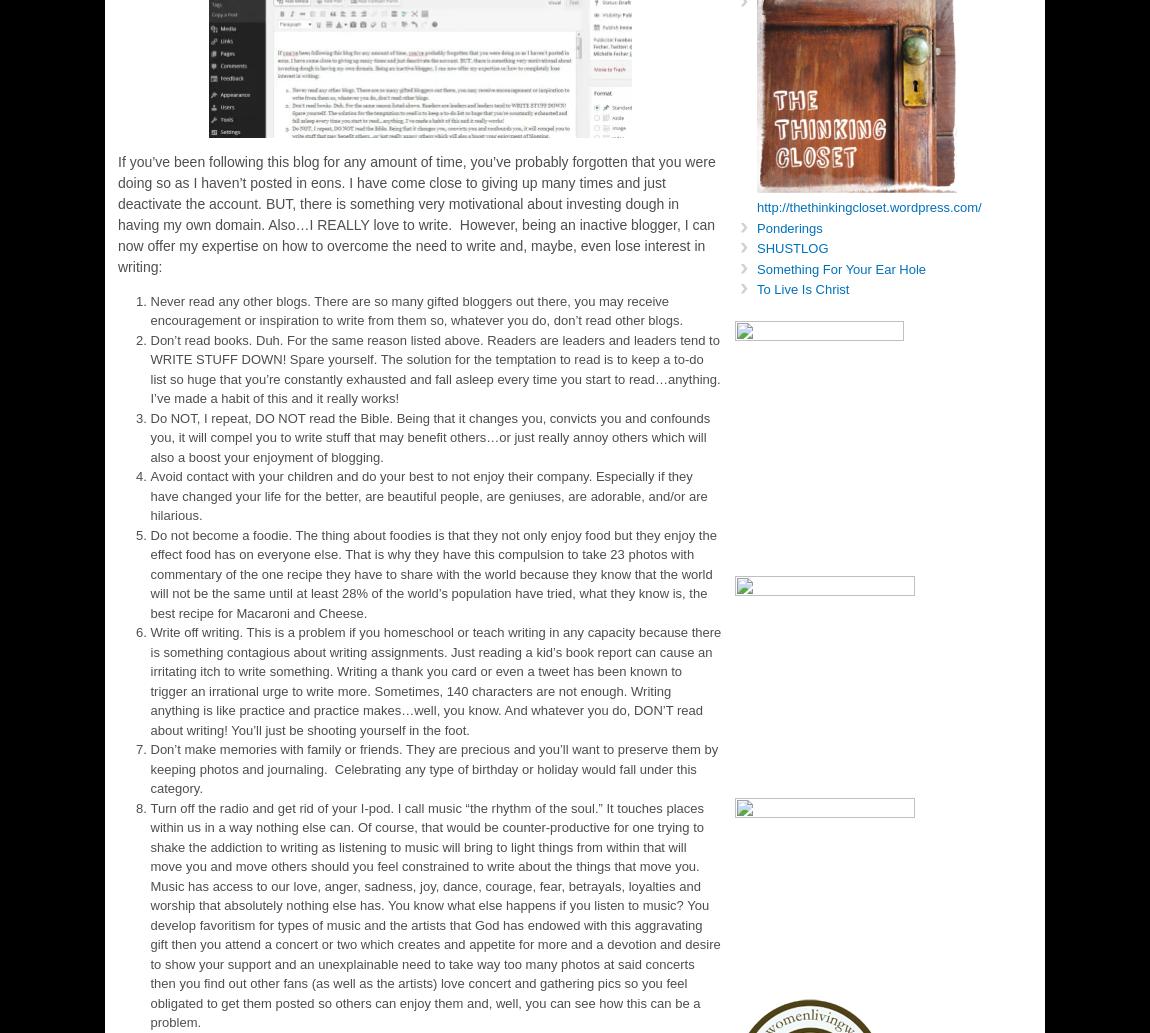 The width and height of the screenshot is (1150, 1033). What do you see at coordinates (791, 247) in the screenshot?
I see `'SHUSTLOG'` at bounding box center [791, 247].